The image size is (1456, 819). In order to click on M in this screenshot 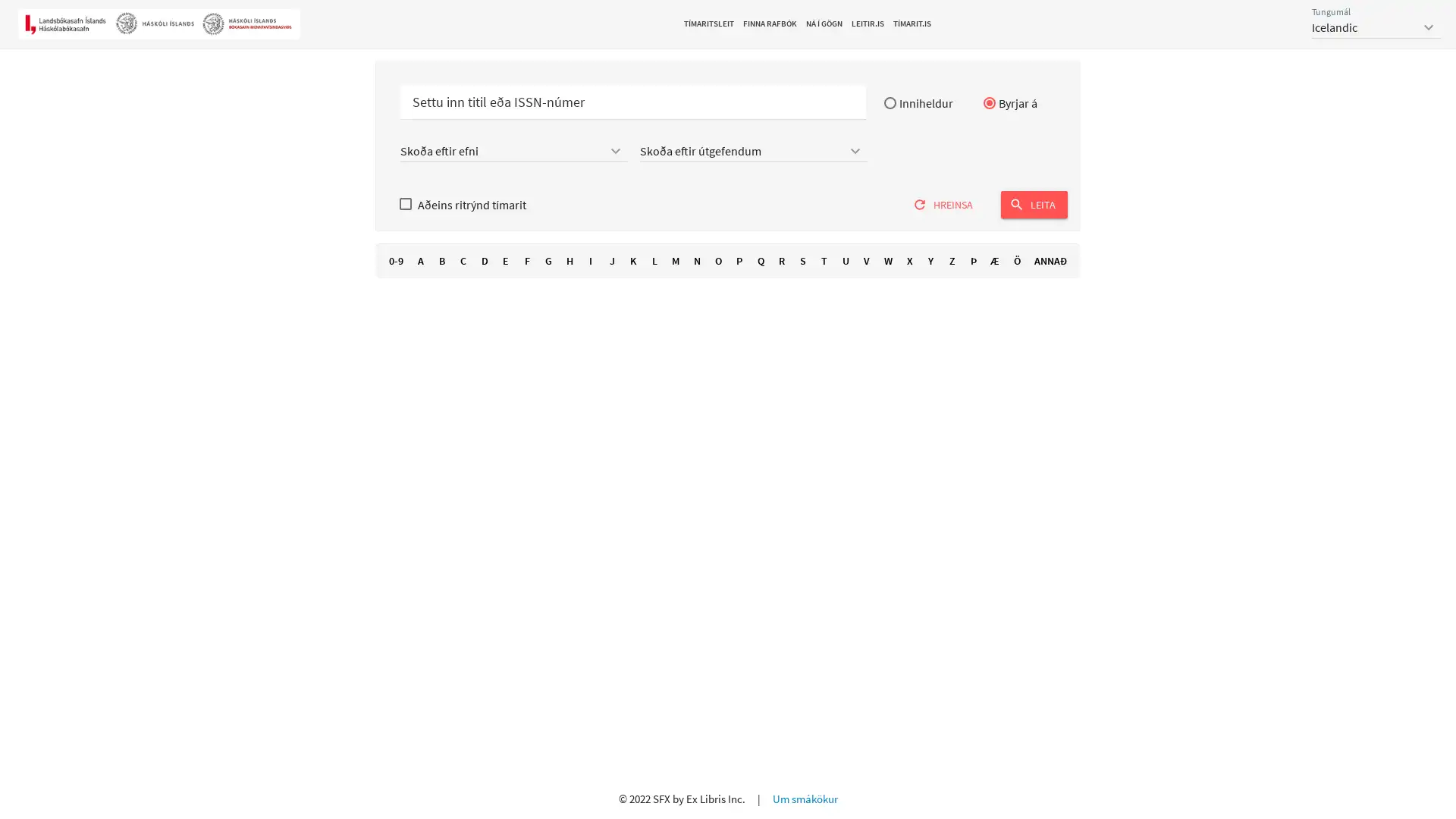, I will do `click(675, 259)`.